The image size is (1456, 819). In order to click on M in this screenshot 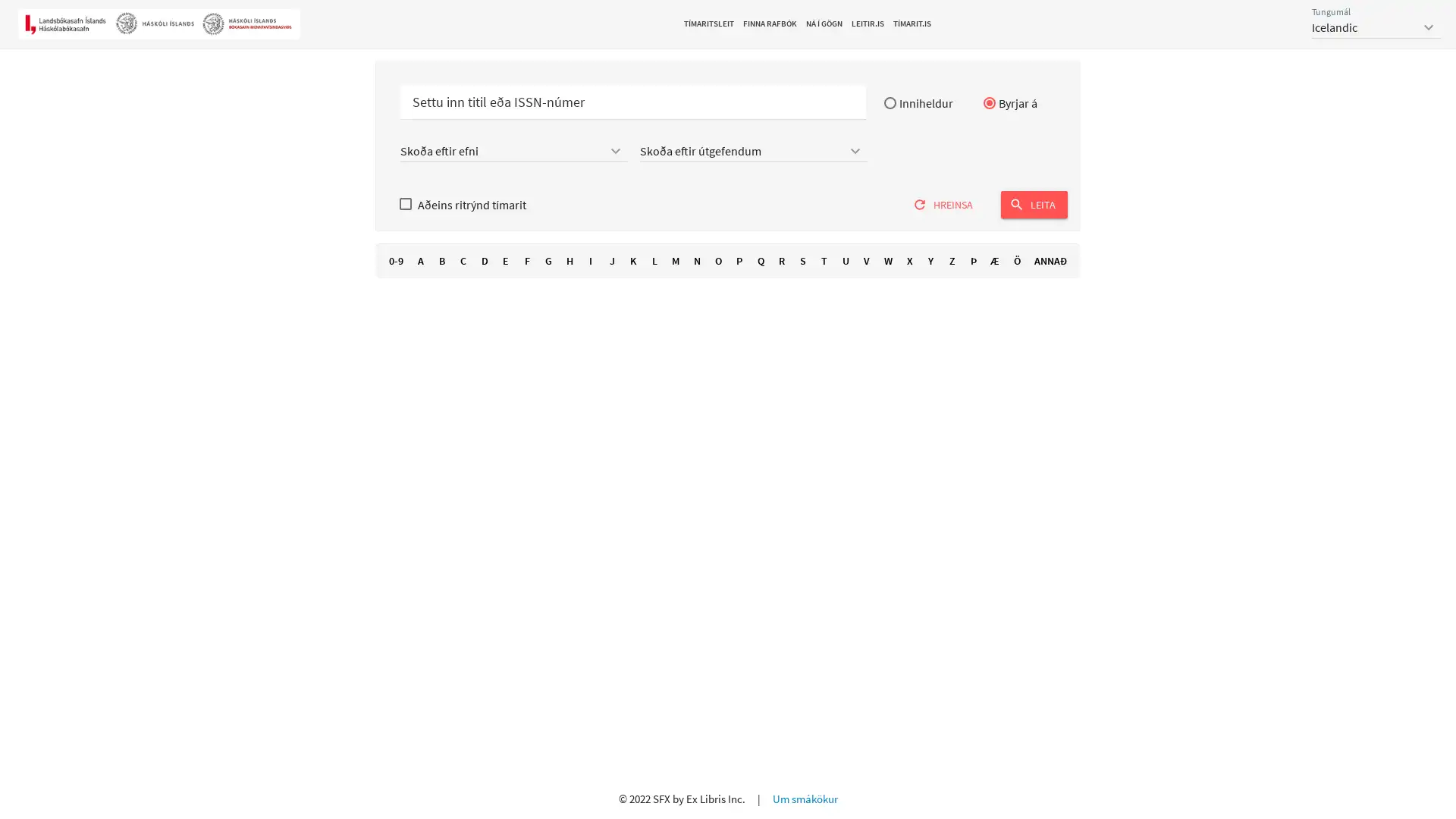, I will do `click(675, 259)`.